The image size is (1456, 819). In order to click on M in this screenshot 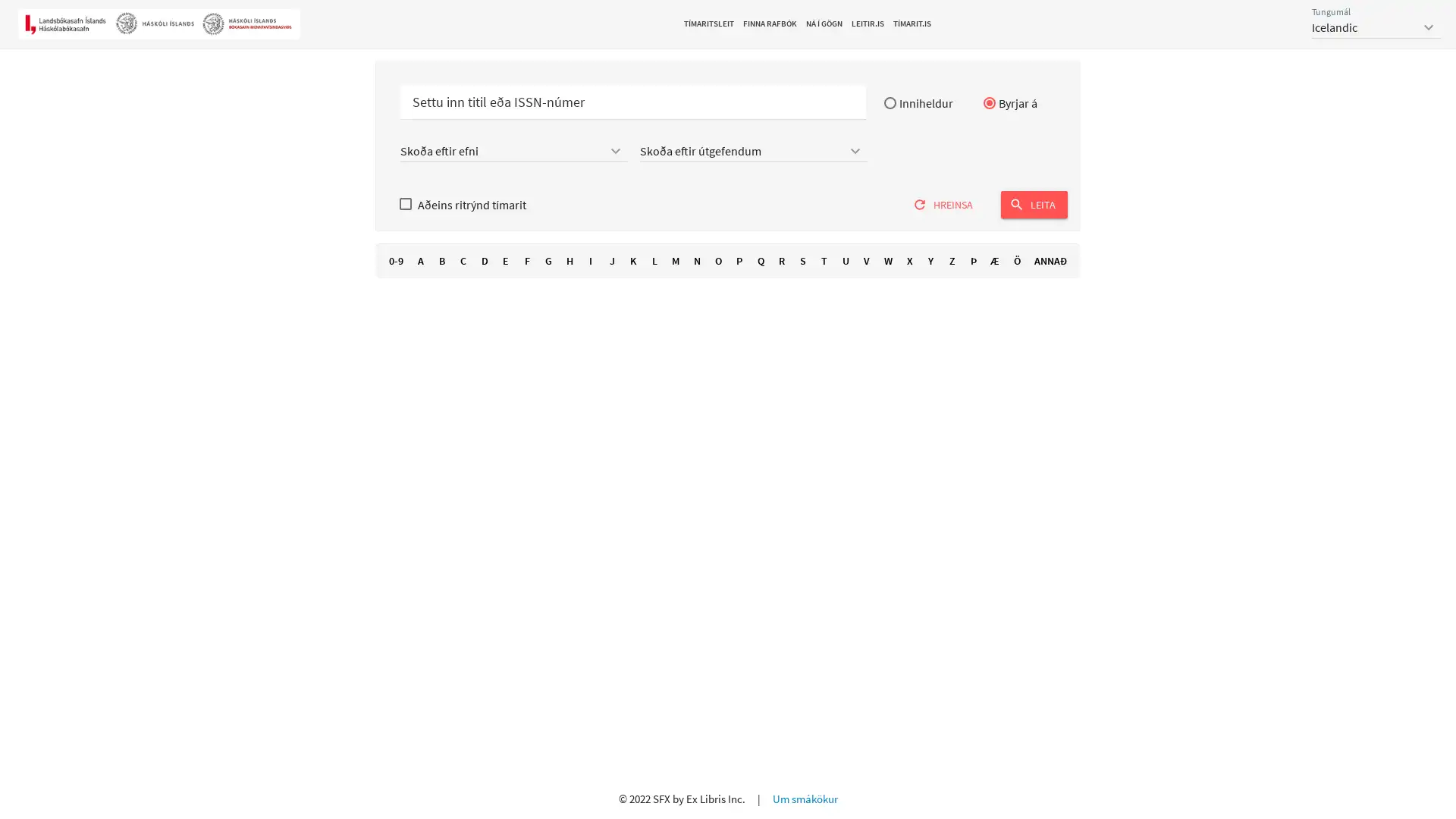, I will do `click(675, 259)`.